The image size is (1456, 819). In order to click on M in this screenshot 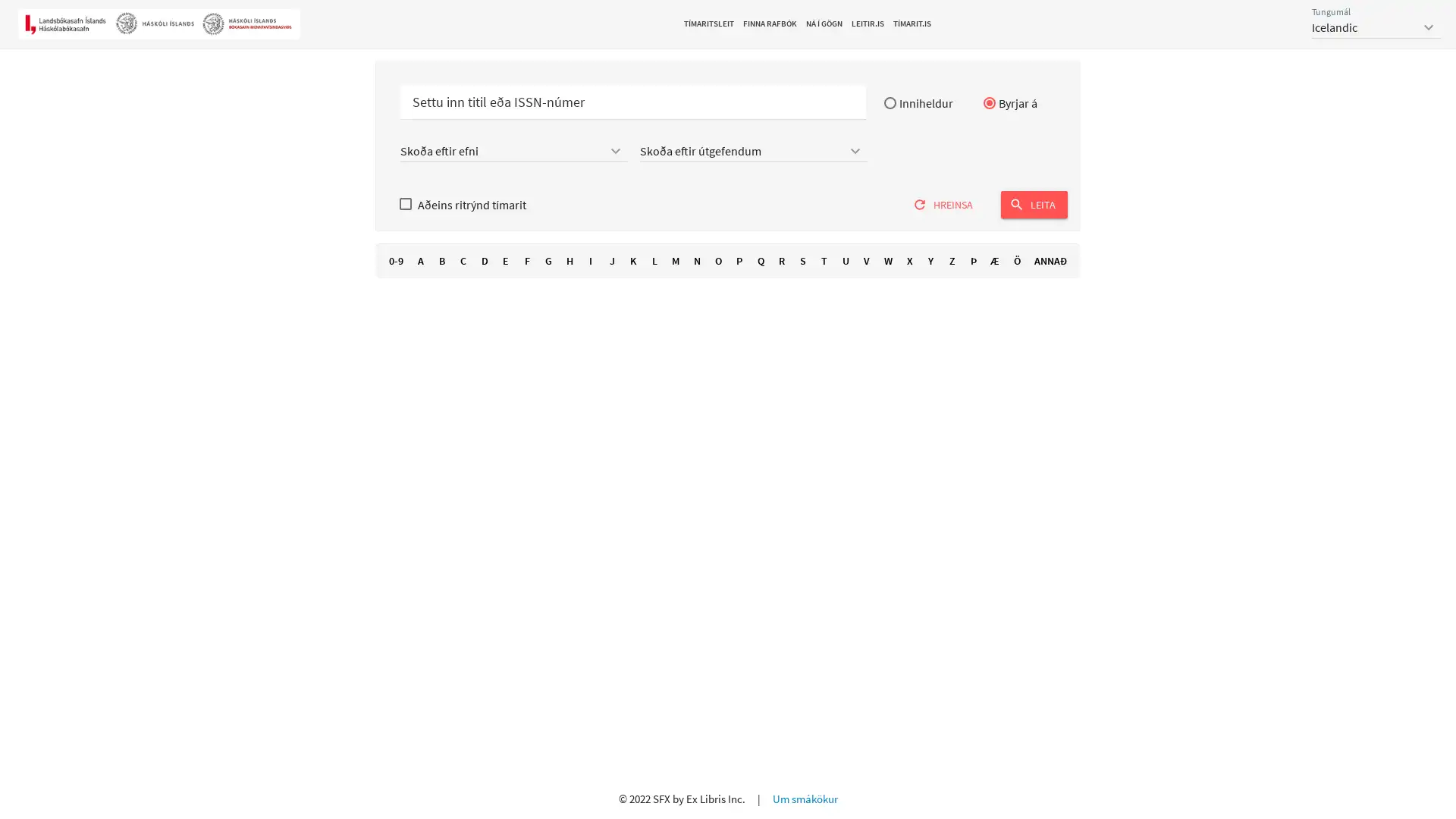, I will do `click(675, 259)`.